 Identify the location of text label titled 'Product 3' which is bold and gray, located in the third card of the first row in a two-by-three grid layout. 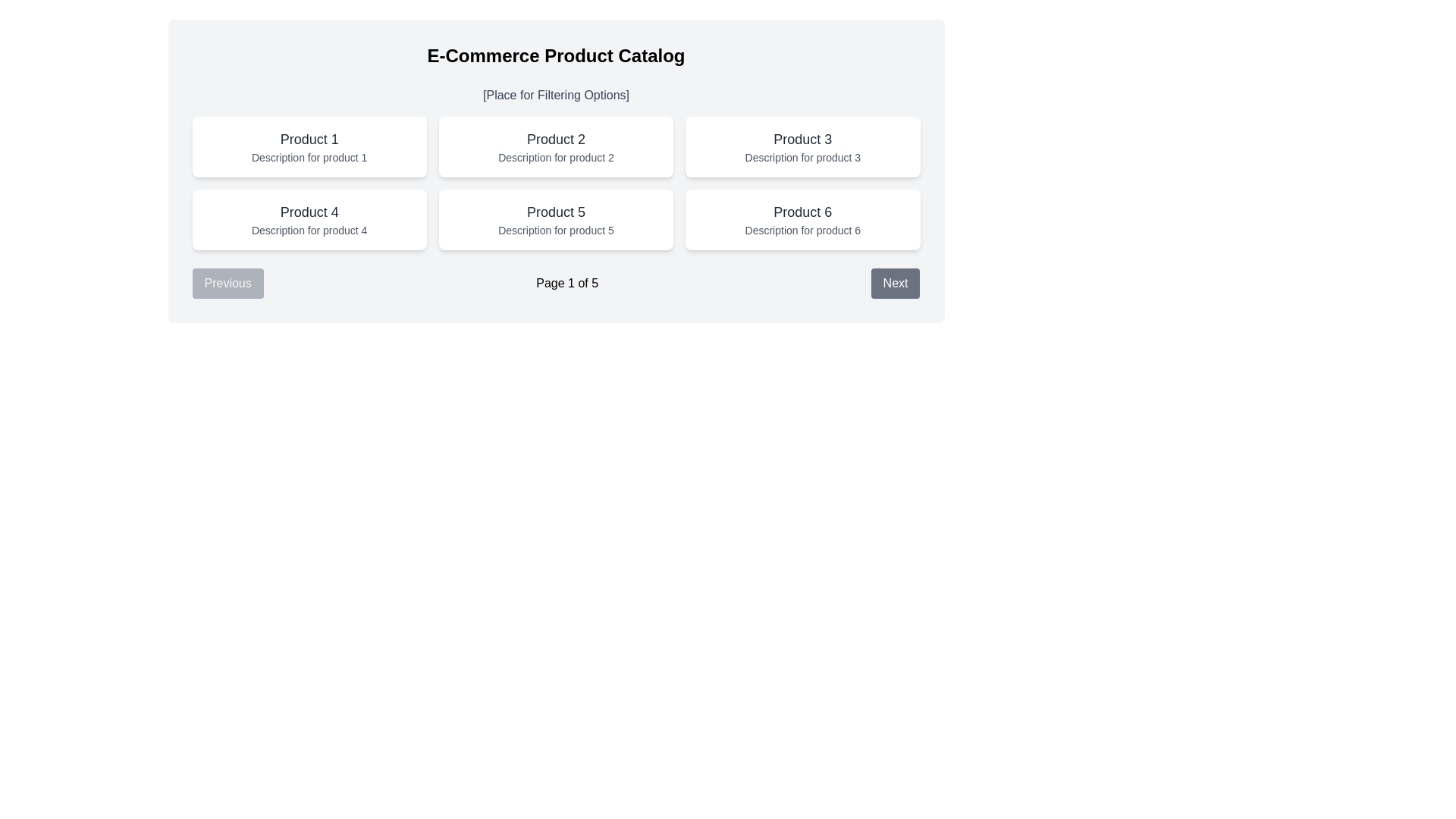
(802, 140).